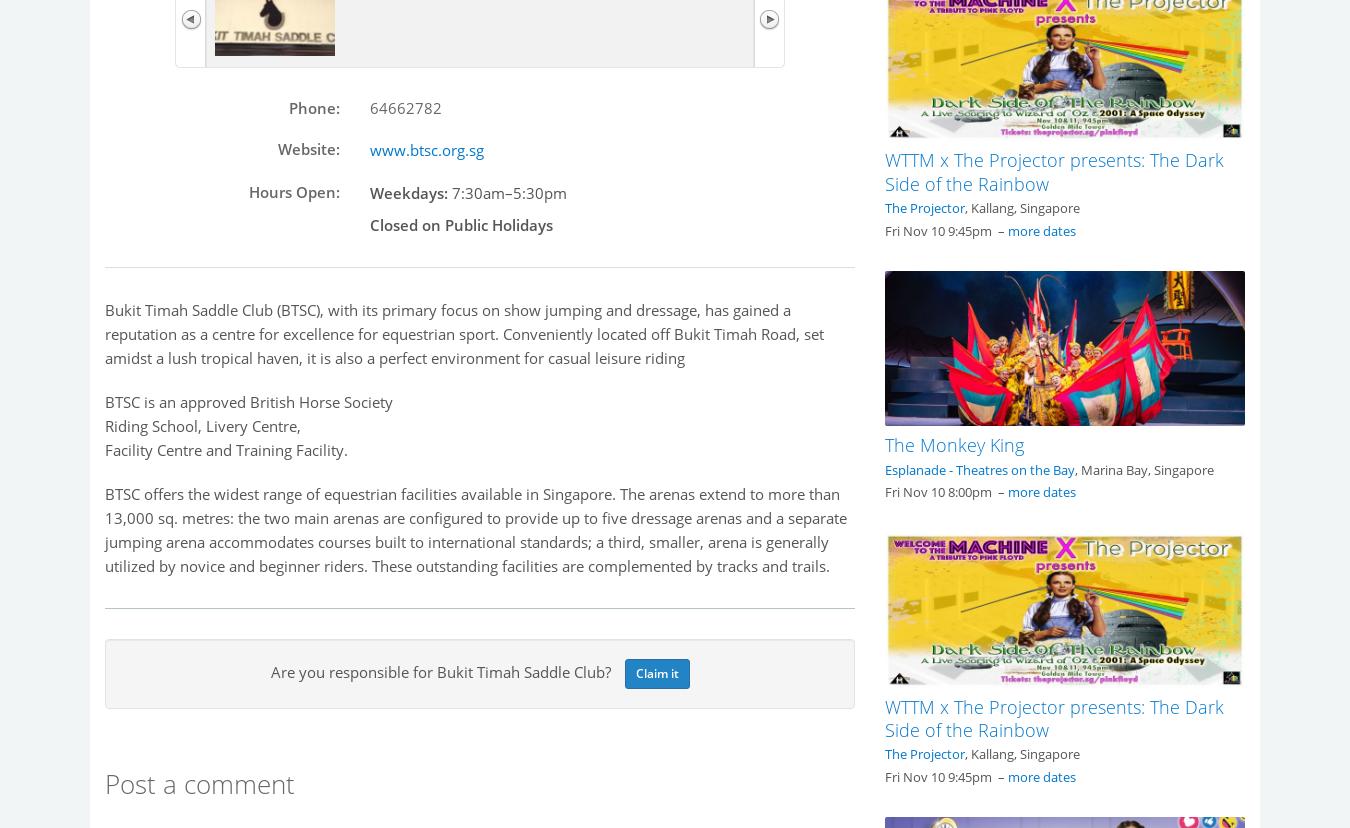 The height and width of the screenshot is (828, 1350). Describe the element at coordinates (441, 670) in the screenshot. I see `'Are you responsible for Bukit Timah Saddle Club?'` at that location.